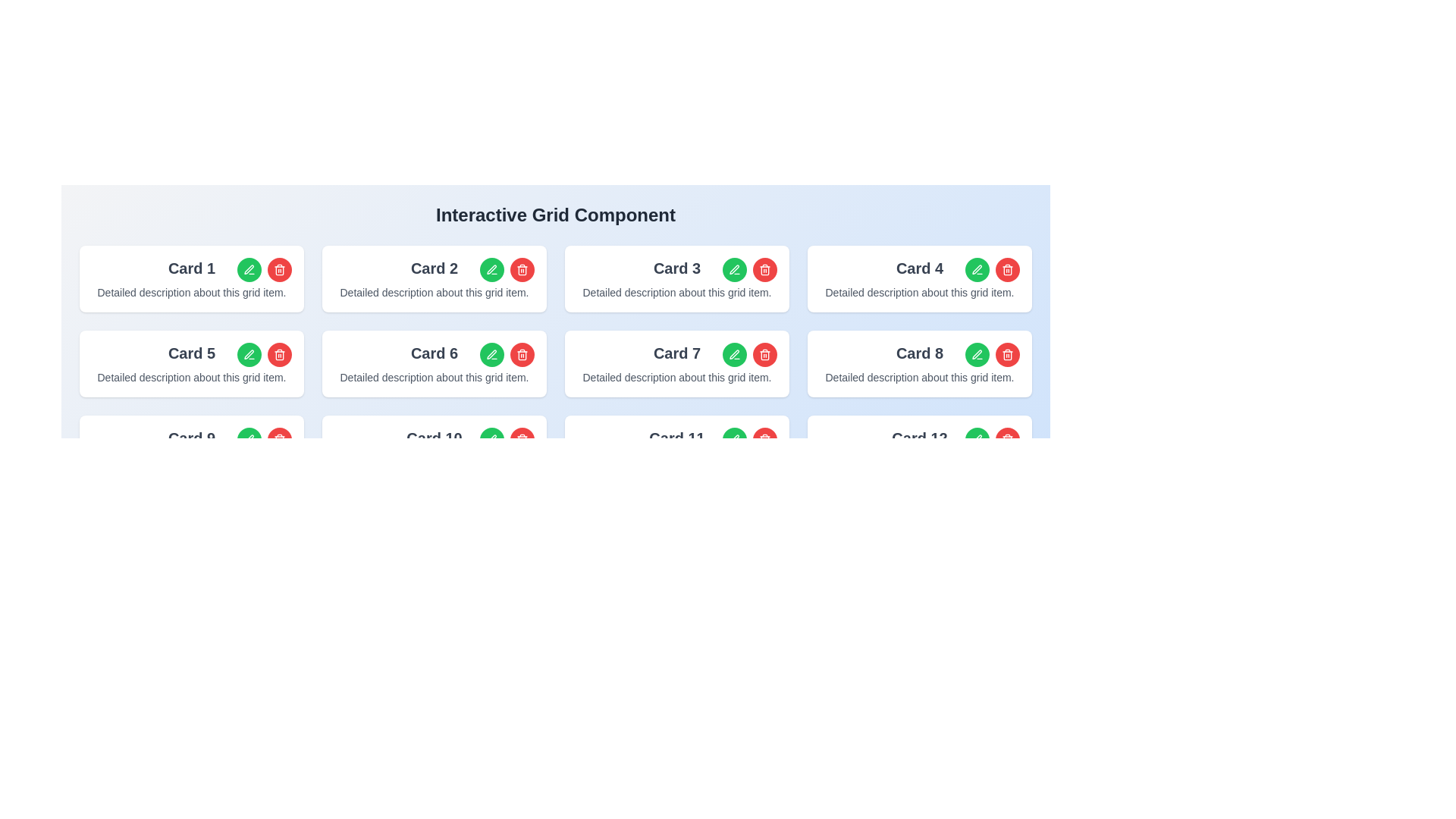  What do you see at coordinates (249, 268) in the screenshot?
I see `the pen icon within the green circular button located in the top row of the grid layout associated with Card 1` at bounding box center [249, 268].